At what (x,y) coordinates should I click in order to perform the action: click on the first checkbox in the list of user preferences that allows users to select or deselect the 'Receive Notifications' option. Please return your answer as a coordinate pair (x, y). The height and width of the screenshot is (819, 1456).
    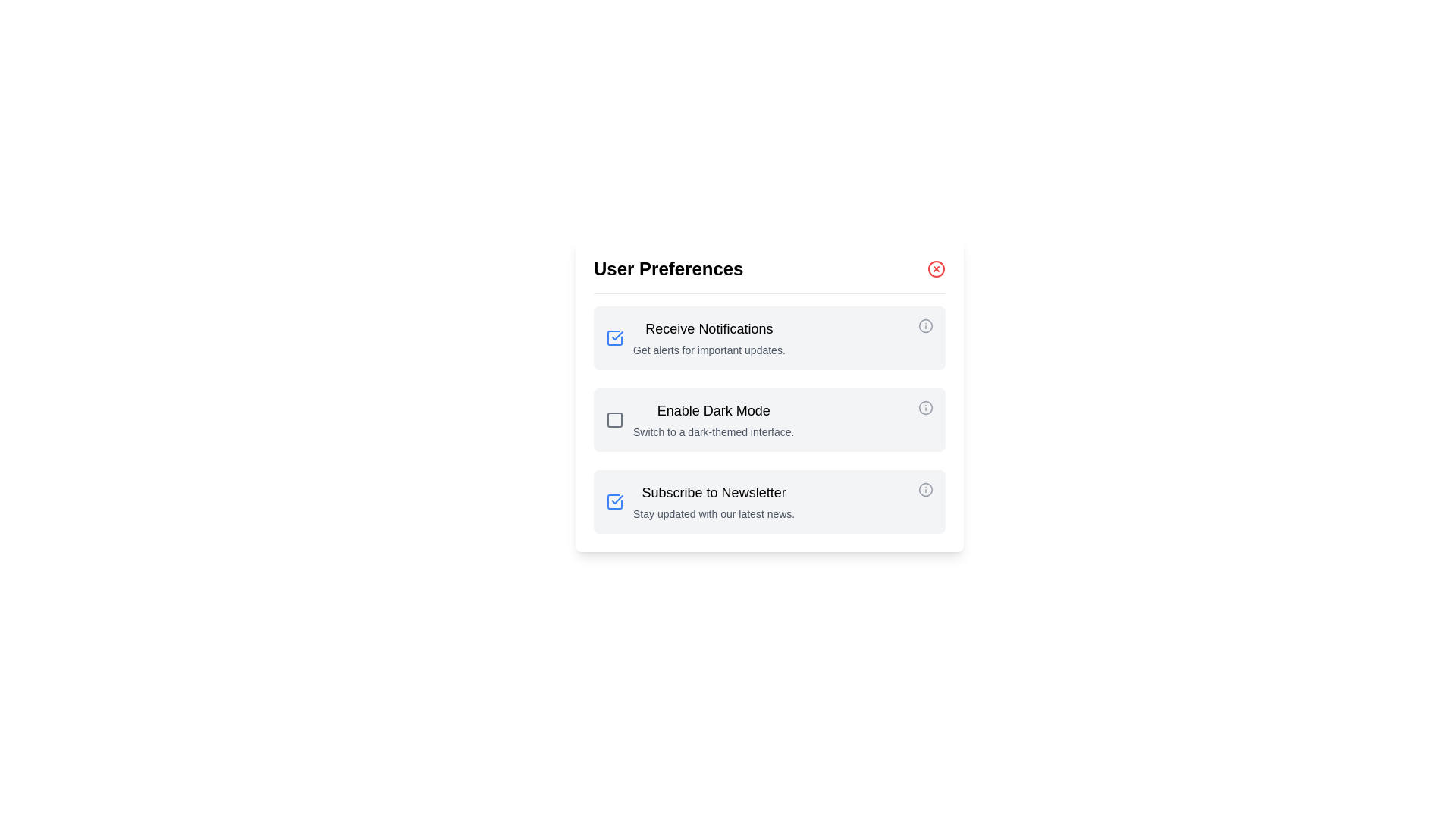
    Looking at the image, I should click on (615, 337).